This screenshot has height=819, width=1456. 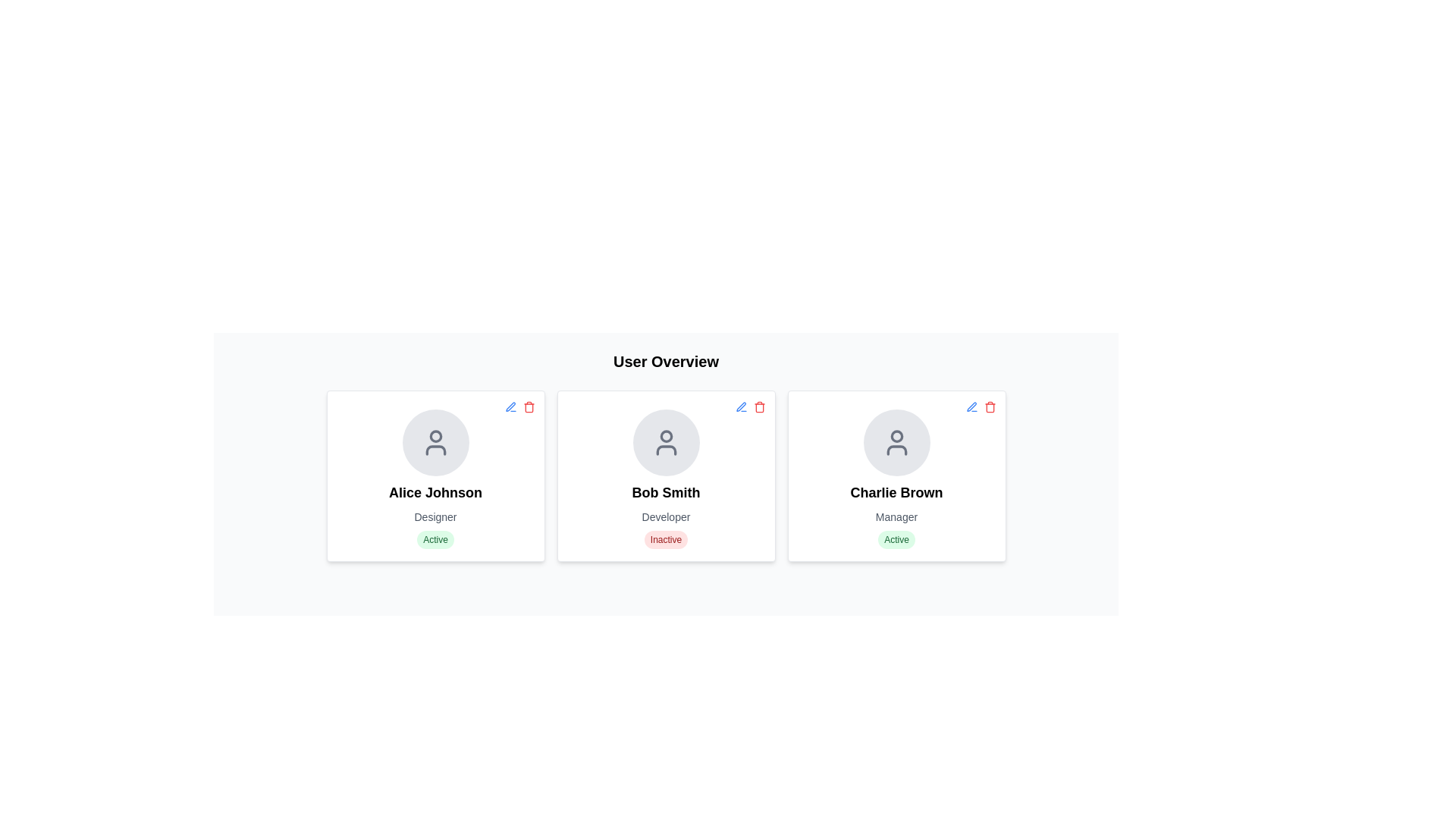 I want to click on the circular icon with a gray background and a user avatar outline located at the top of the card titled 'Bob Smith', so click(x=666, y=442).